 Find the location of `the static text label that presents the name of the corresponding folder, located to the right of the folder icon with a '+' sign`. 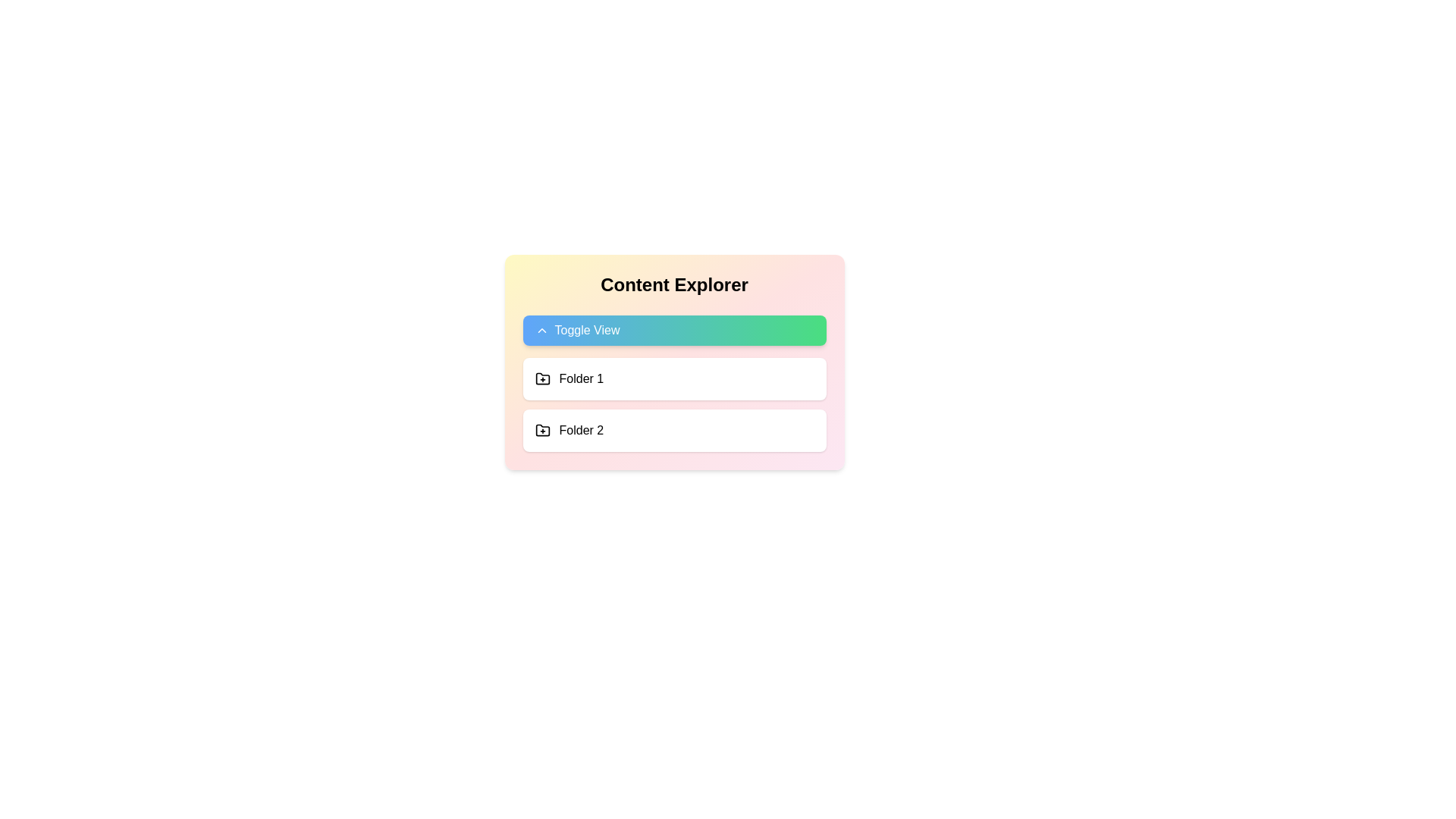

the static text label that presents the name of the corresponding folder, located to the right of the folder icon with a '+' sign is located at coordinates (580, 378).